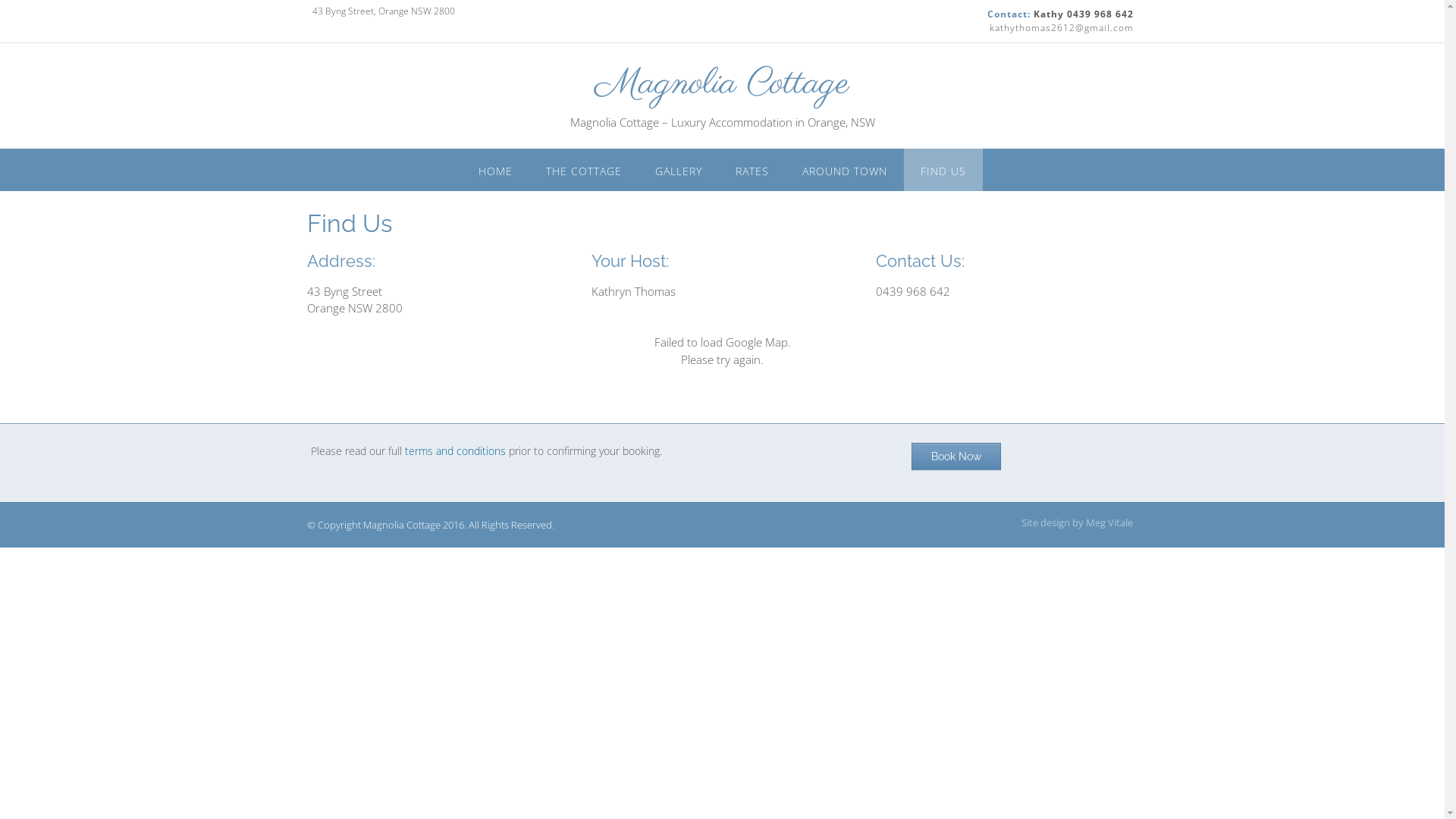 The width and height of the screenshot is (1456, 819). Describe the element at coordinates (582, 169) in the screenshot. I see `'THE COTTAGE'` at that location.